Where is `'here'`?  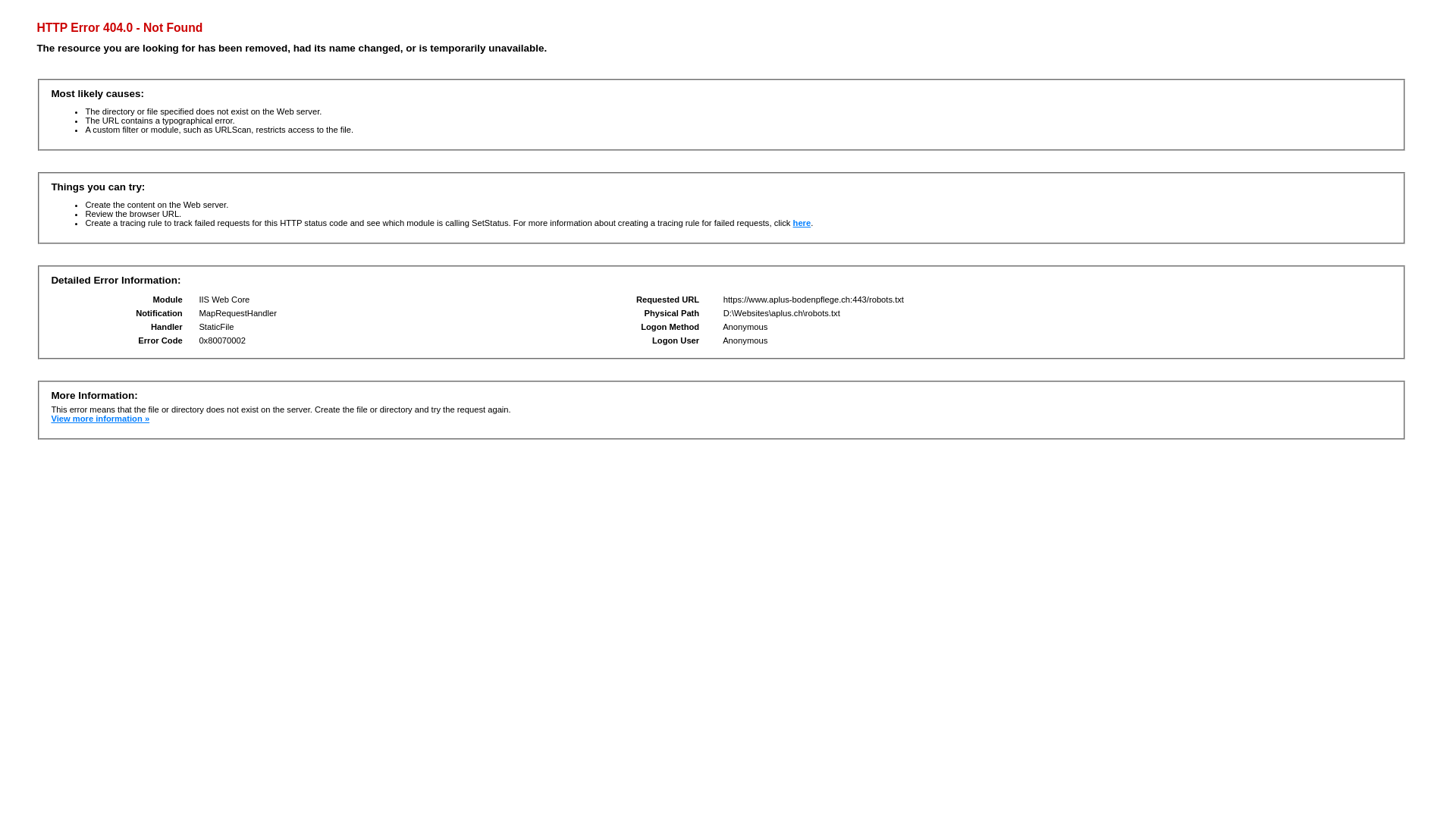
'here' is located at coordinates (801, 222).